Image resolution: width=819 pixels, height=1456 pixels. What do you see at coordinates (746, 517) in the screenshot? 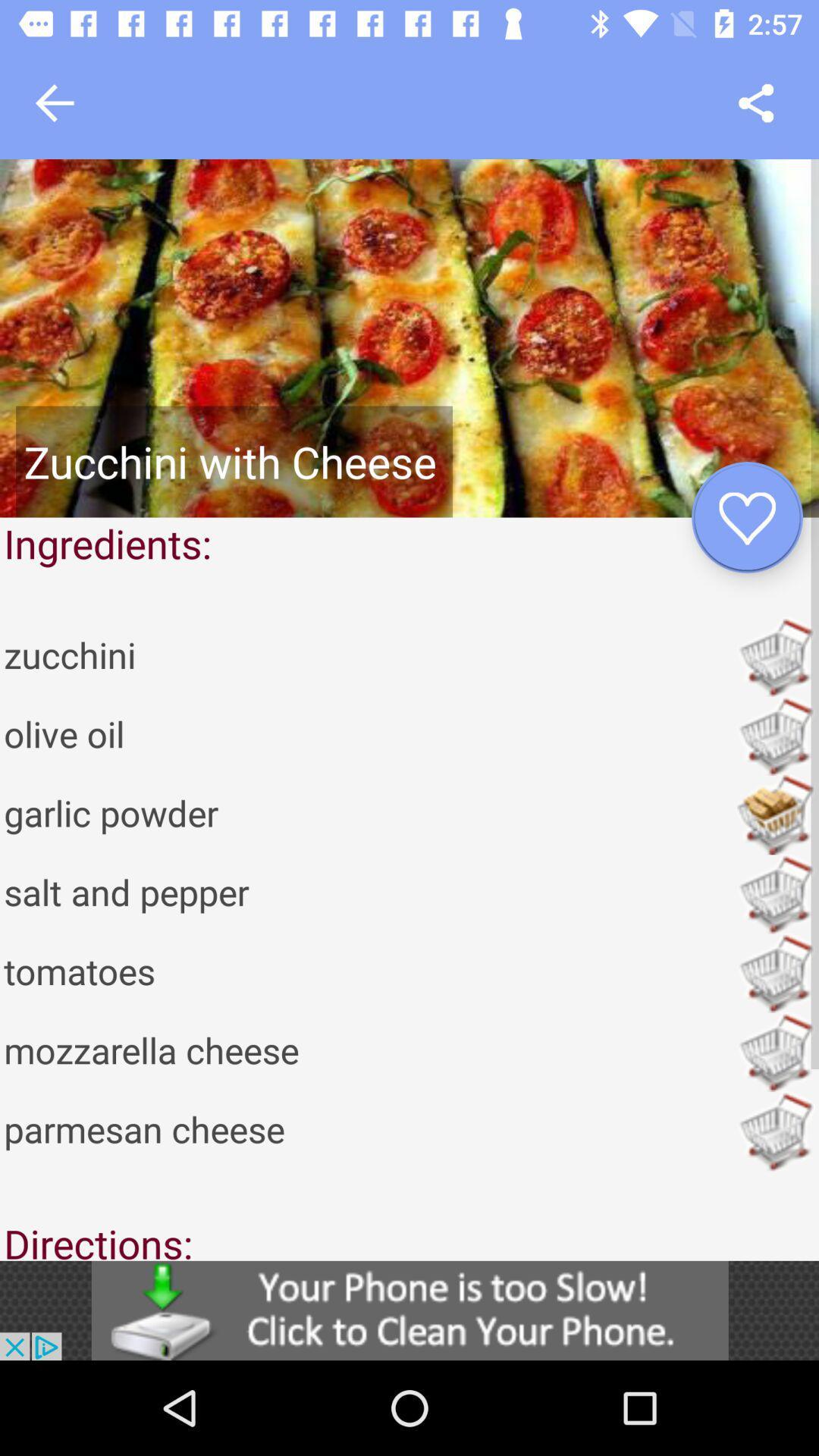
I see `like button` at bounding box center [746, 517].